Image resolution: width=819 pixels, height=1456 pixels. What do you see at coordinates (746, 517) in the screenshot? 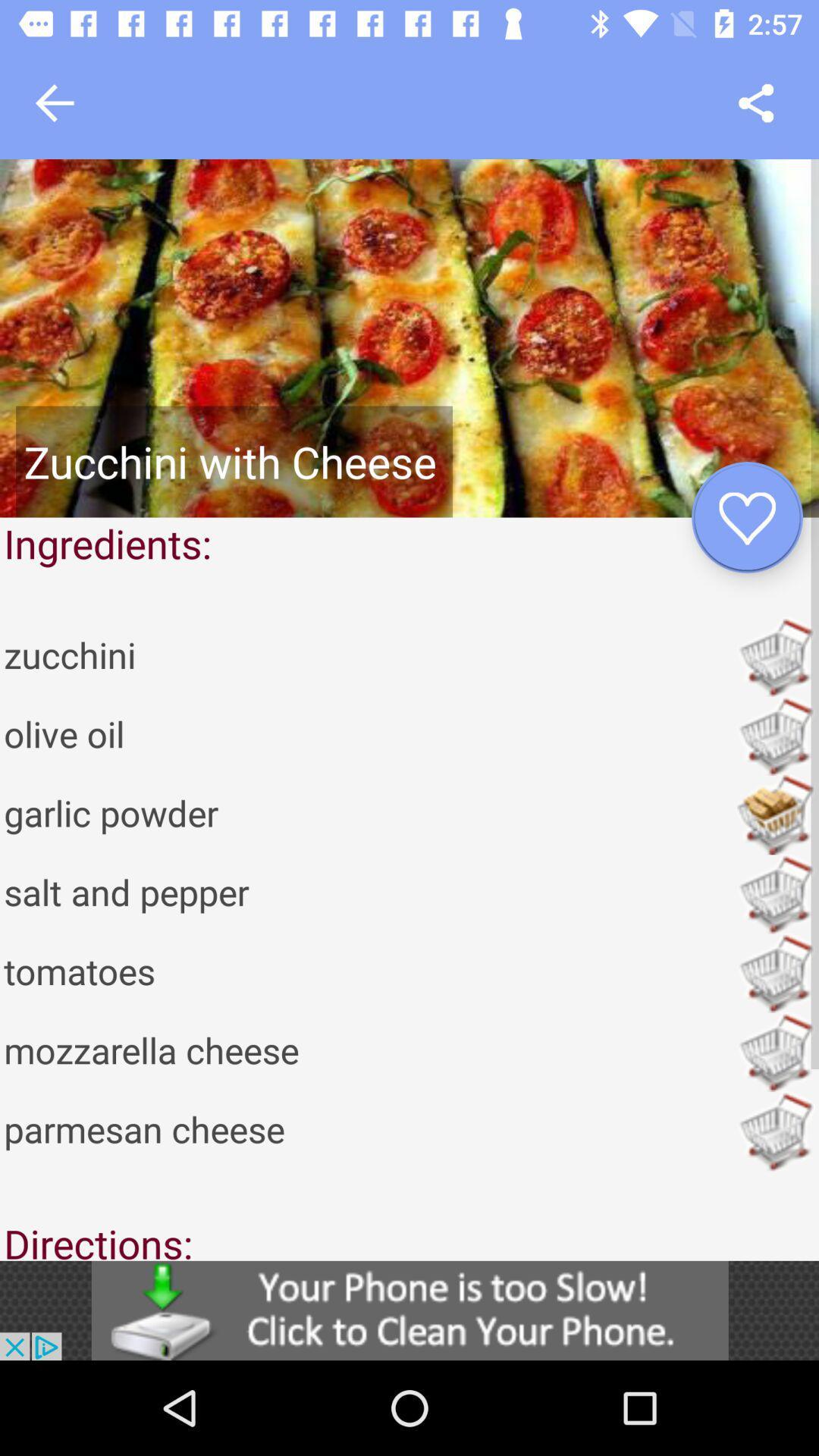
I see `like button` at bounding box center [746, 517].